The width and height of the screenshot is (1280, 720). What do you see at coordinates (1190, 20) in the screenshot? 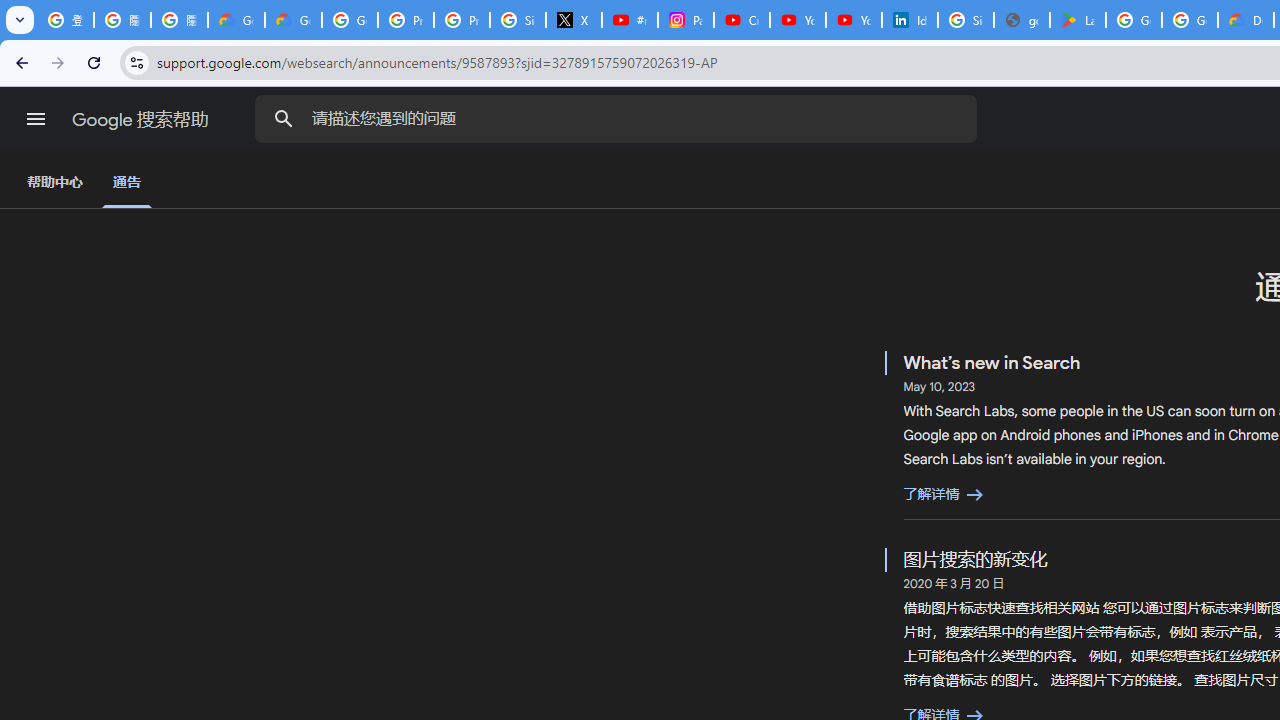
I see `'Google Workspace - Specific Terms'` at bounding box center [1190, 20].